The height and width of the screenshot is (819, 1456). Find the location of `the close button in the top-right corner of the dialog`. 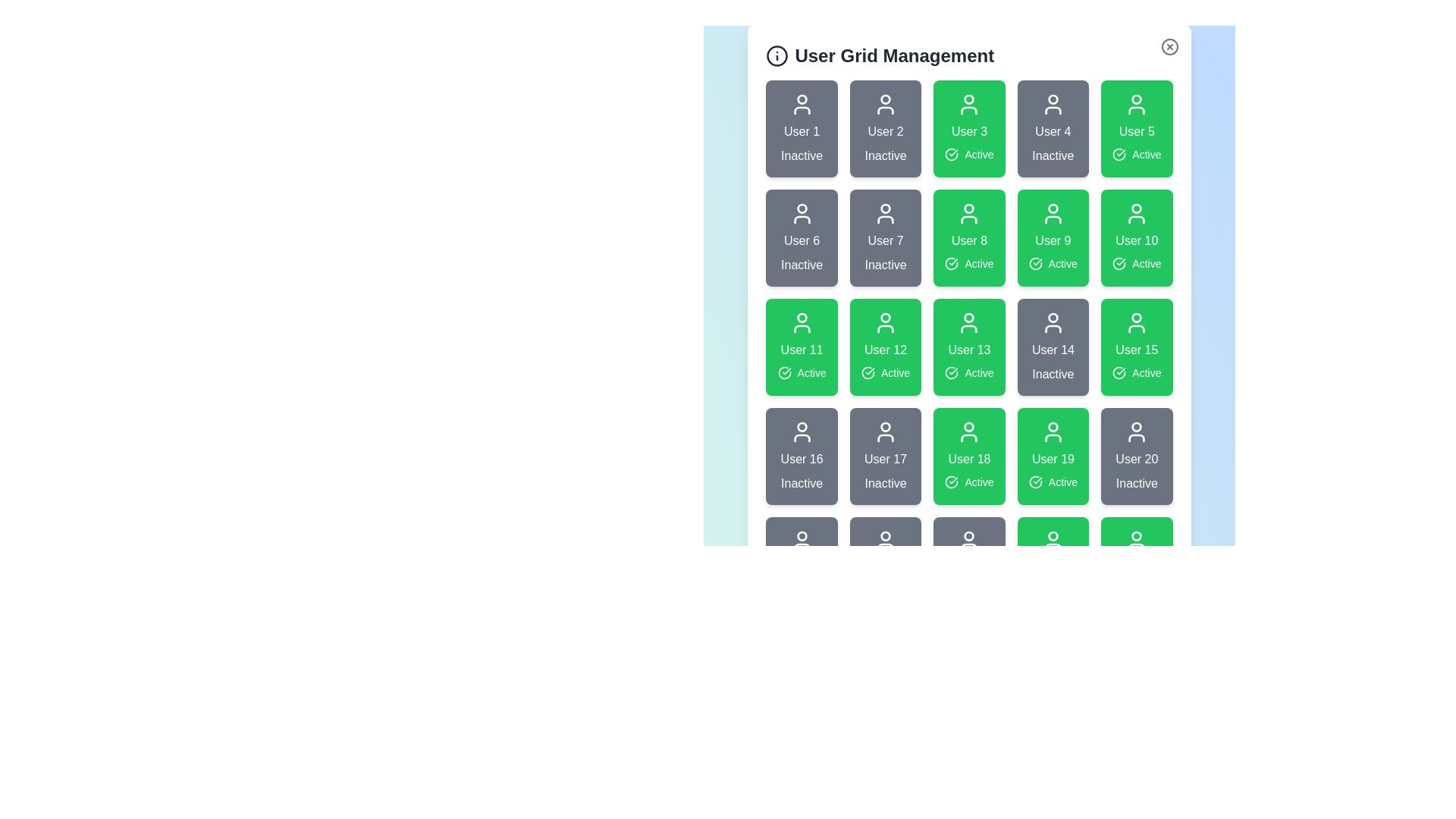

the close button in the top-right corner of the dialog is located at coordinates (1169, 45).